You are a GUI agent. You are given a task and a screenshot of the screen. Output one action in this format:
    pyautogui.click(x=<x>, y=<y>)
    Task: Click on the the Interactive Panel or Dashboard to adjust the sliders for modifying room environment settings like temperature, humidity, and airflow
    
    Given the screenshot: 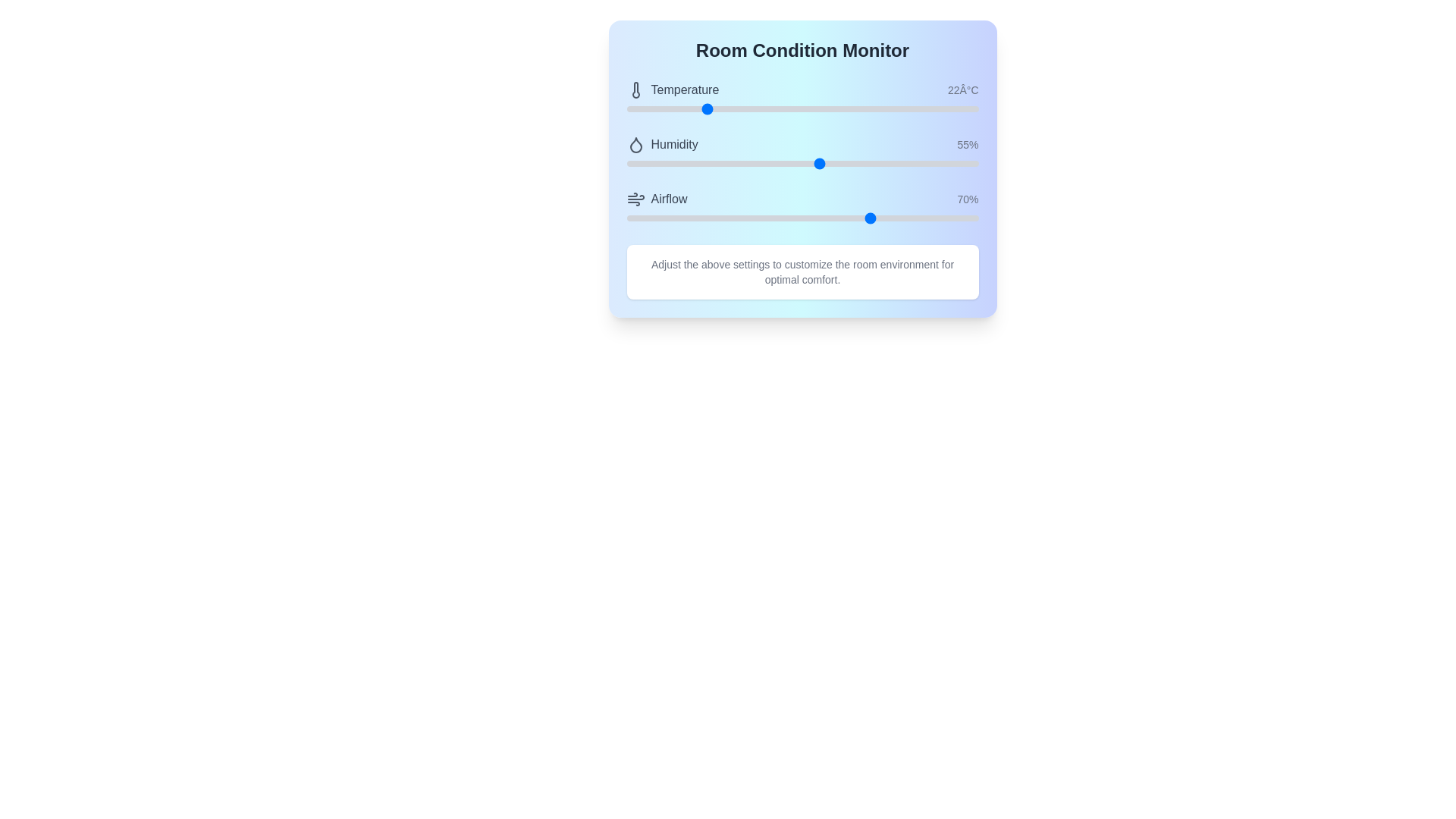 What is the action you would take?
    pyautogui.click(x=802, y=180)
    